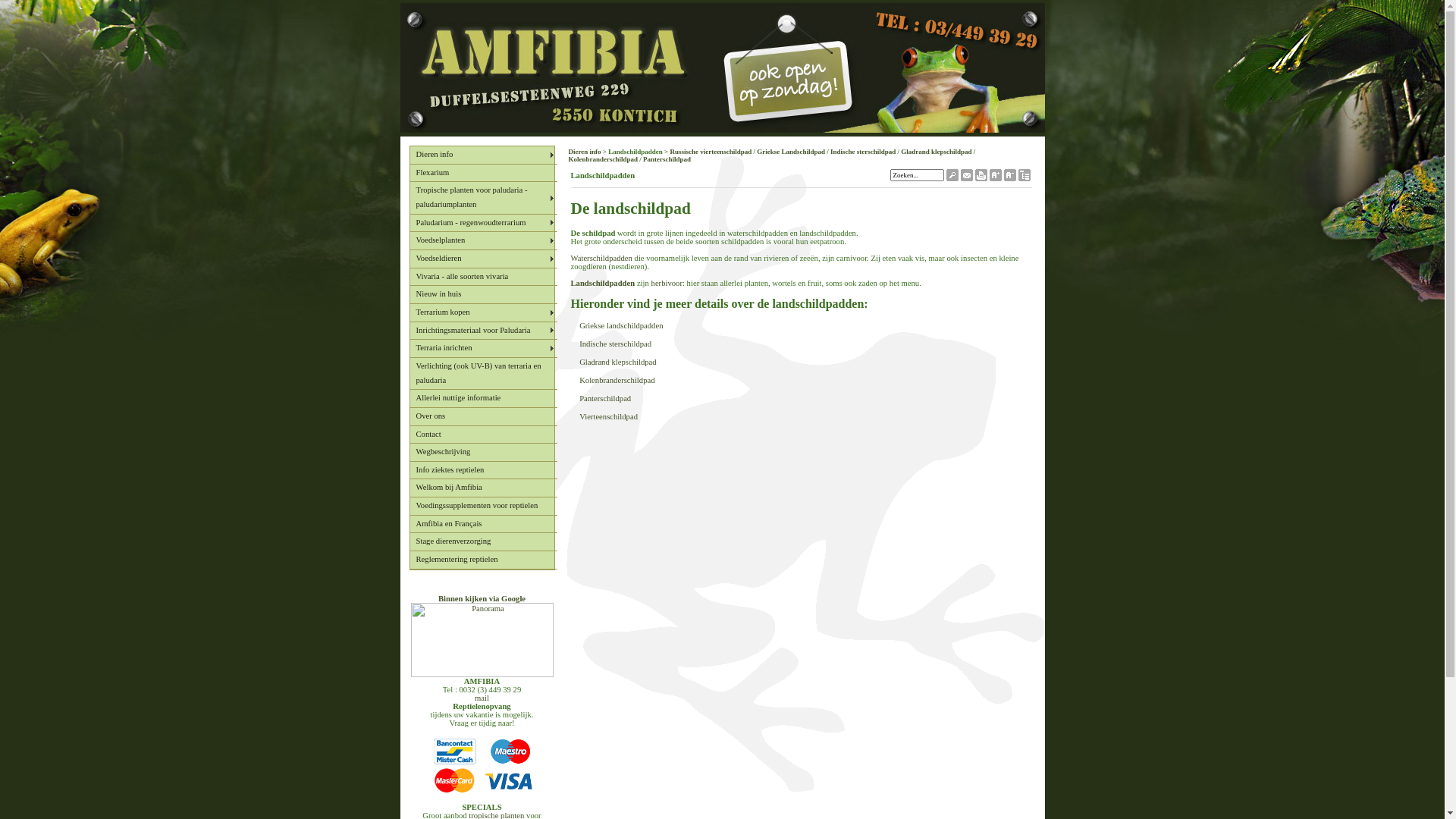 Image resolution: width=1456 pixels, height=819 pixels. What do you see at coordinates (482, 488) in the screenshot?
I see `'Welkom bij Amfibia'` at bounding box center [482, 488].